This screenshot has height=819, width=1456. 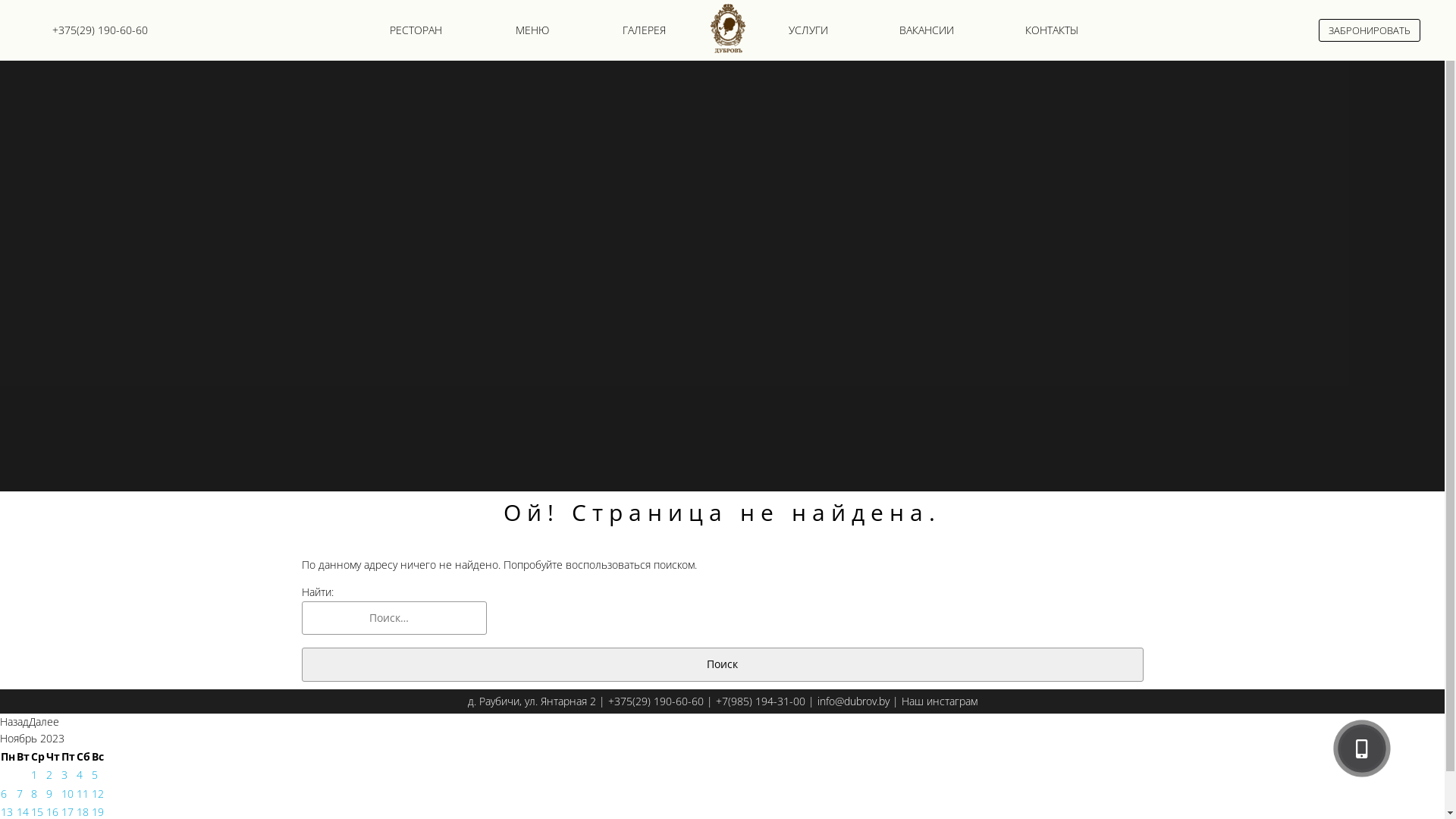 I want to click on '6', so click(x=3, y=792).